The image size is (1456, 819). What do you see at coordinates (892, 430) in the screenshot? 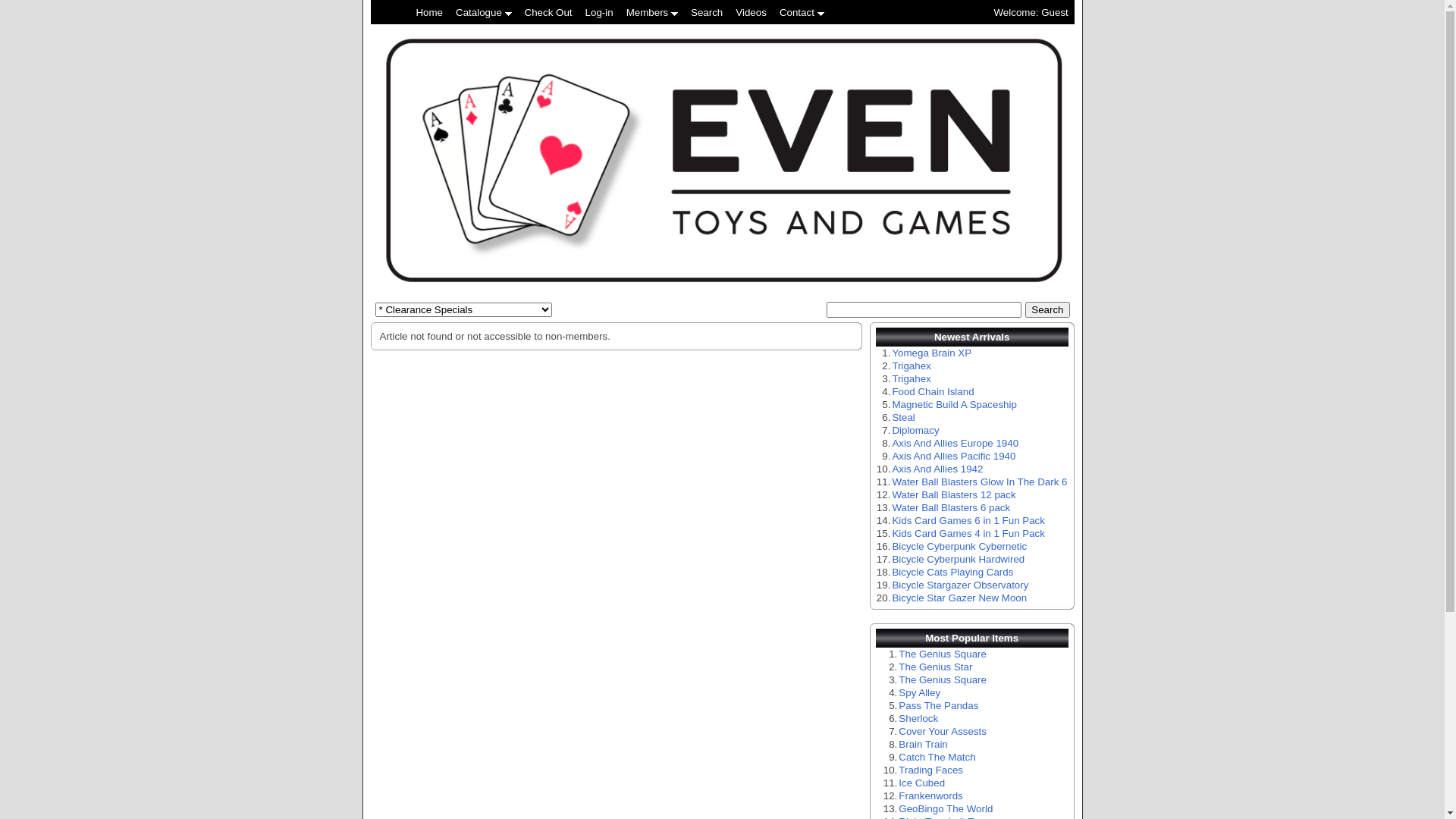
I see `'Diplomacy'` at bounding box center [892, 430].